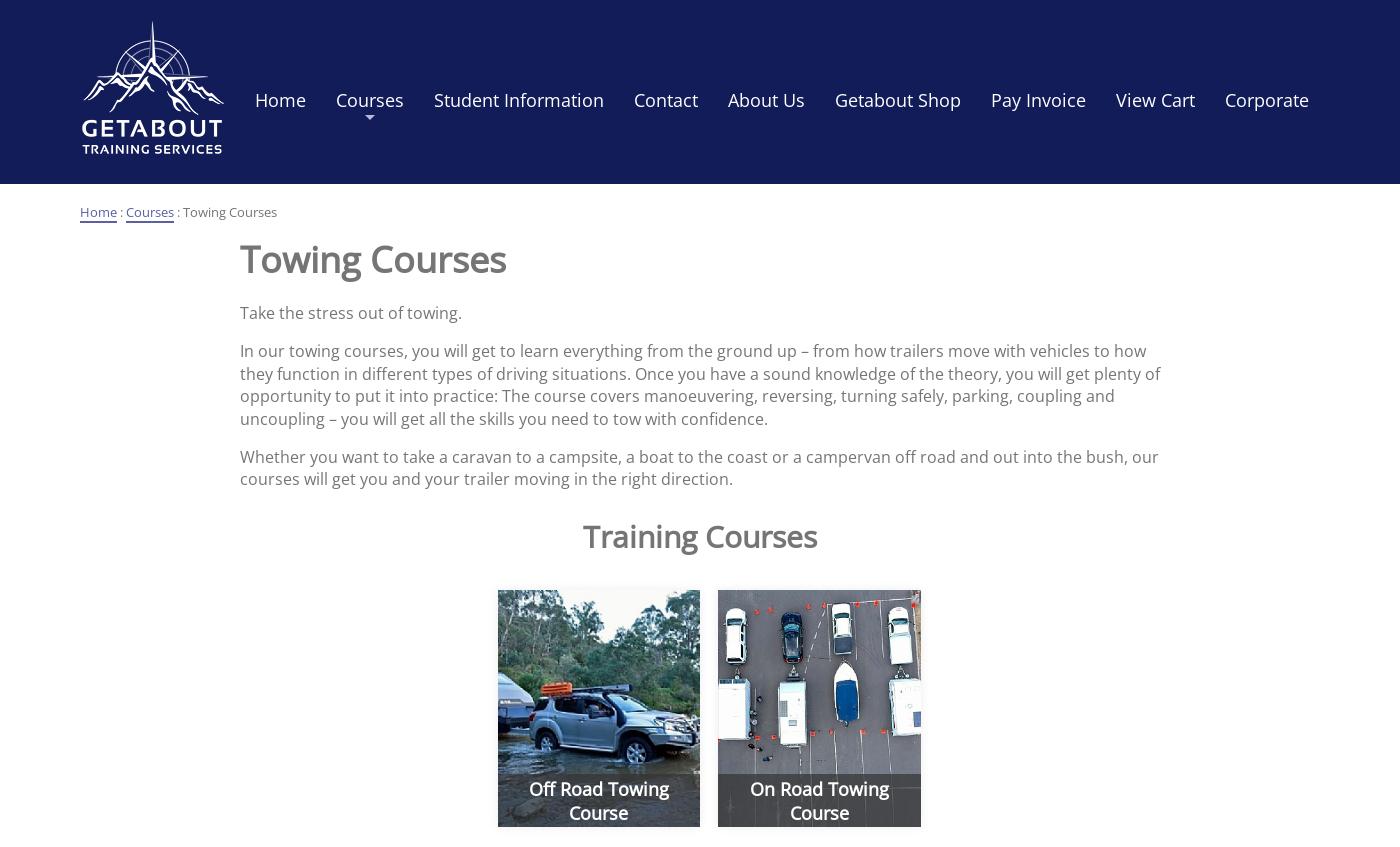  I want to click on 'Whether you want to take a caravan to a campsite, a boat to the coast or a campervan off road and out into the bush, our courses will get you and your trailer moving in the right direction.', so click(239, 467).